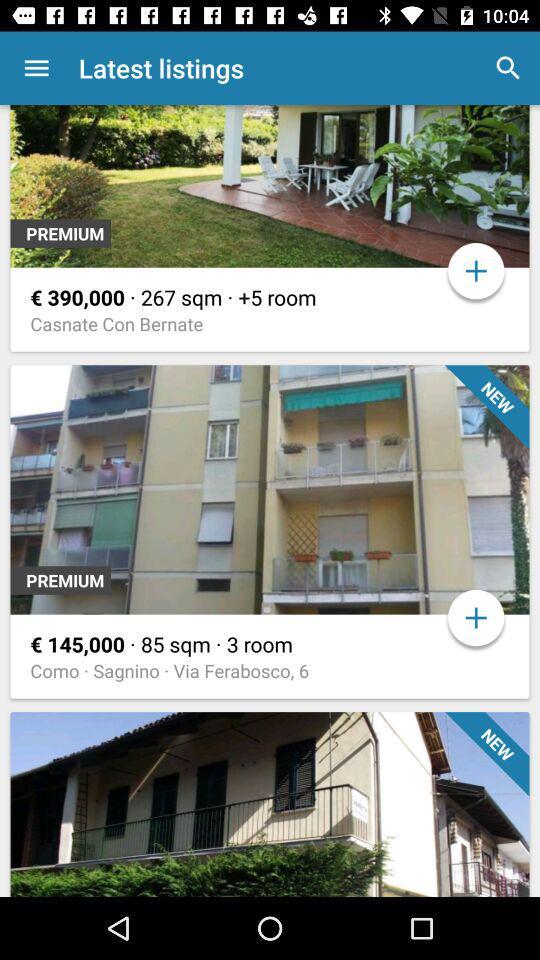  What do you see at coordinates (36, 68) in the screenshot?
I see `app next to the latest listings app` at bounding box center [36, 68].